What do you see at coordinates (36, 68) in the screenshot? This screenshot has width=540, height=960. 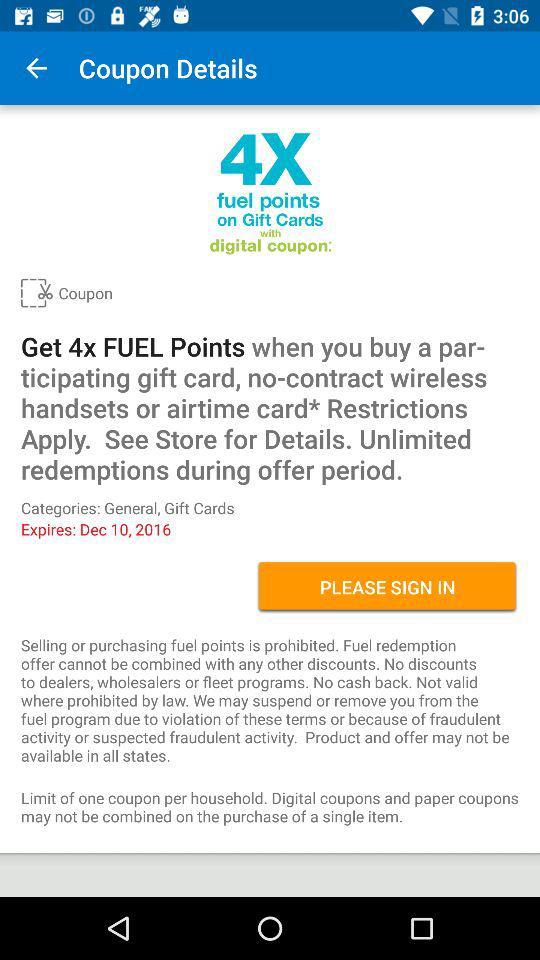 I see `icon next to the coupon details item` at bounding box center [36, 68].